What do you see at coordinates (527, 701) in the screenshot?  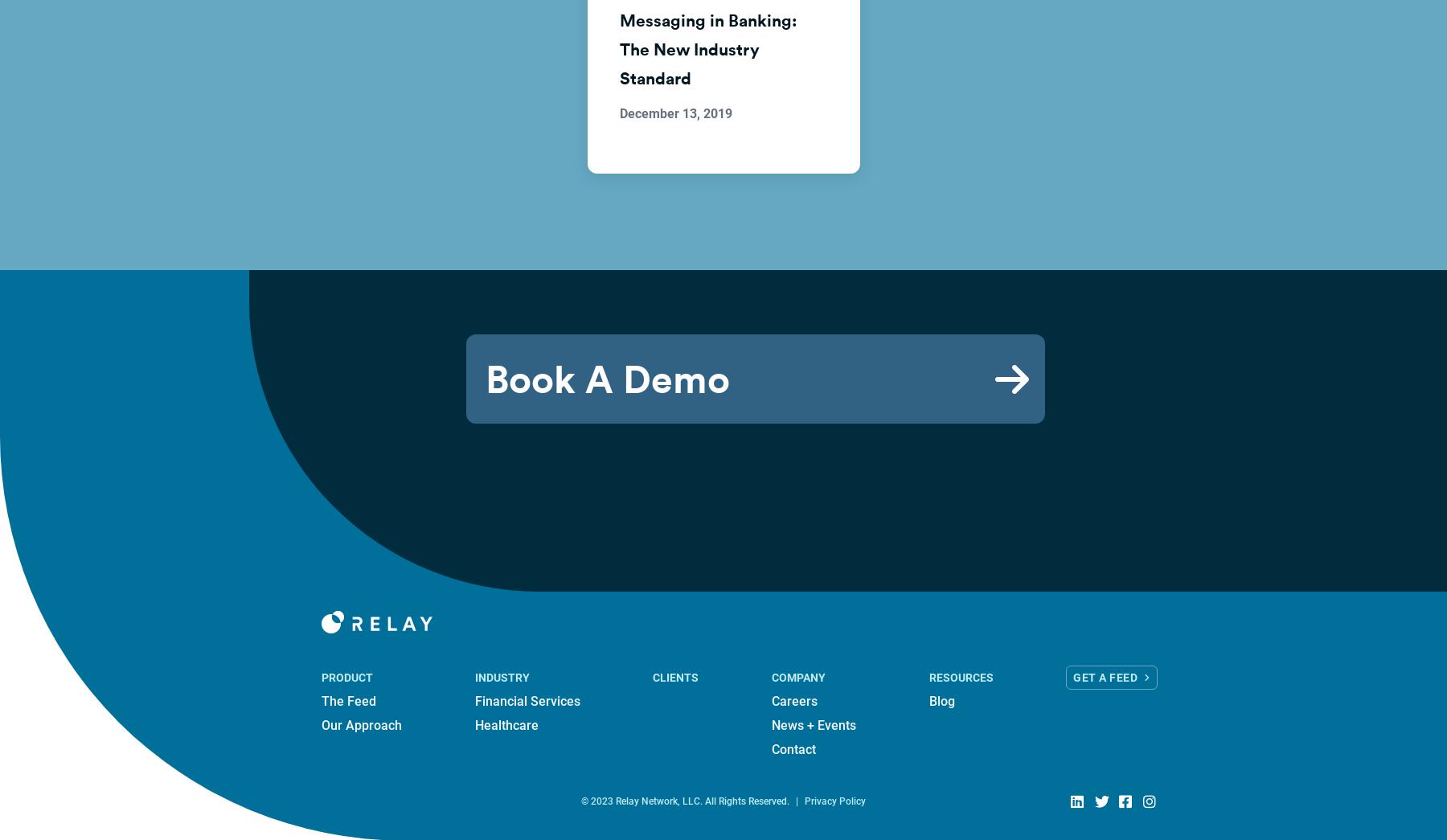 I see `'Financial Services'` at bounding box center [527, 701].